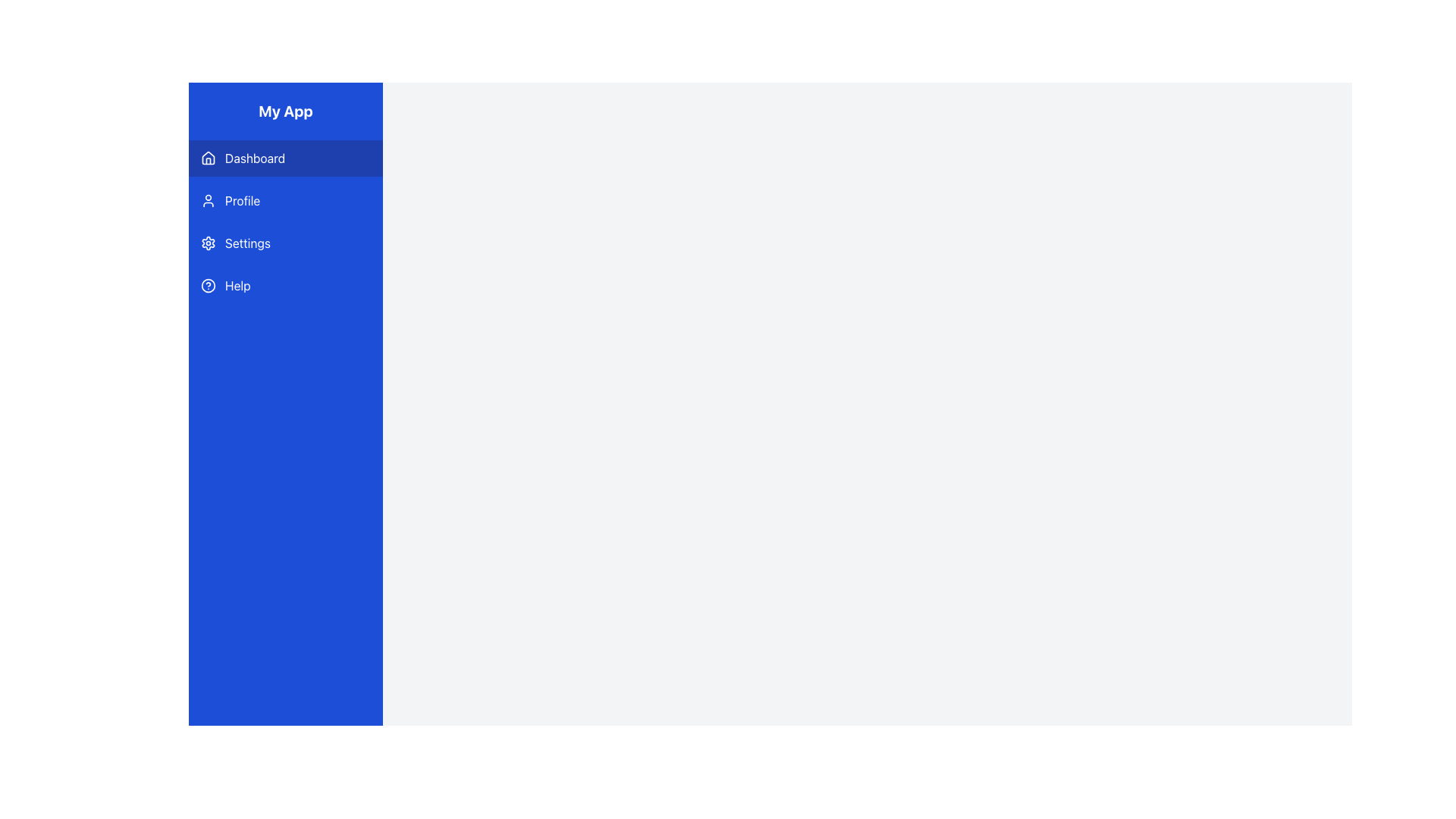 The image size is (1456, 819). I want to click on the 'Settings' SVG Icon located to the left of the text 'Settings' in the navigation menu, so click(207, 242).